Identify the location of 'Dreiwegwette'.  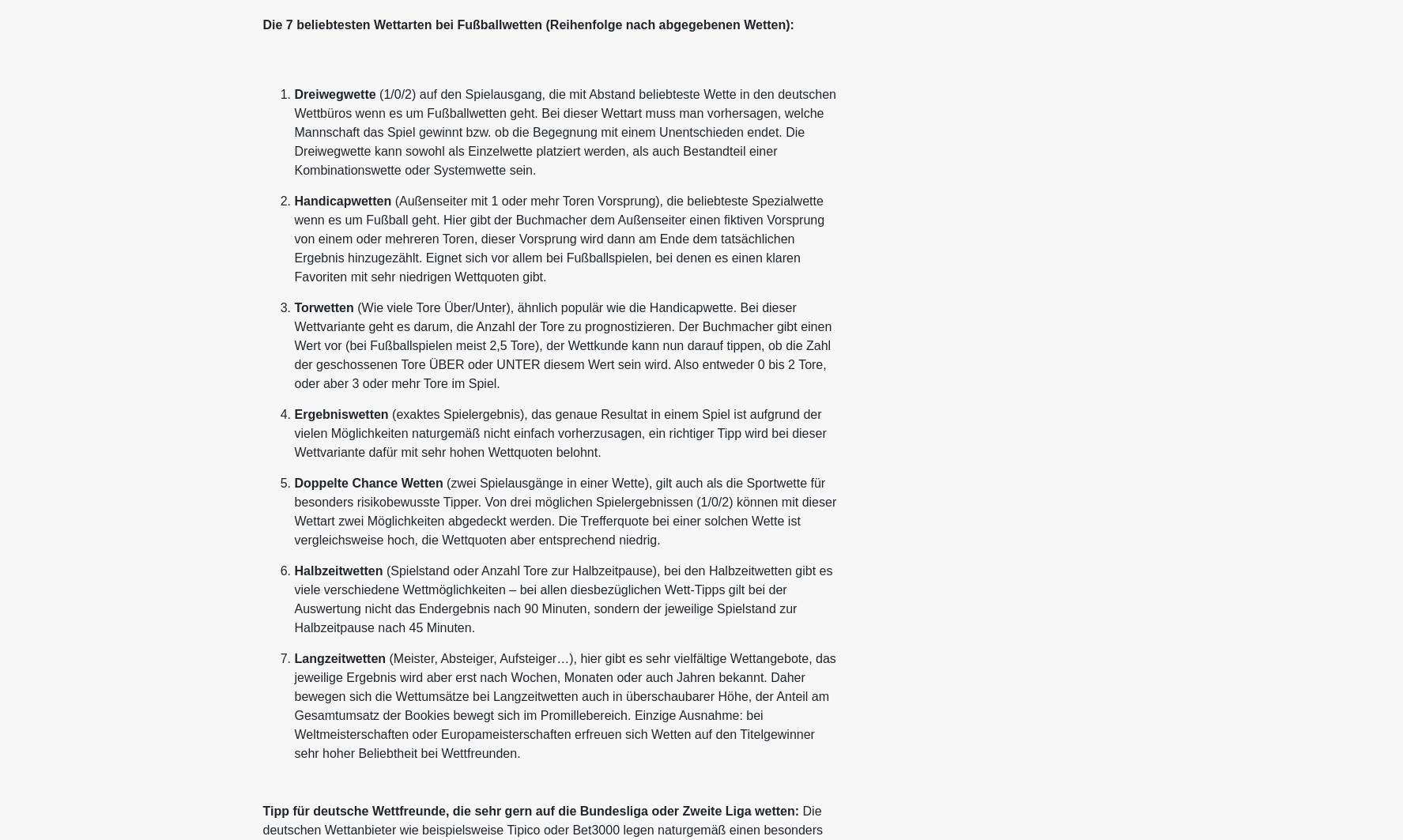
(293, 94).